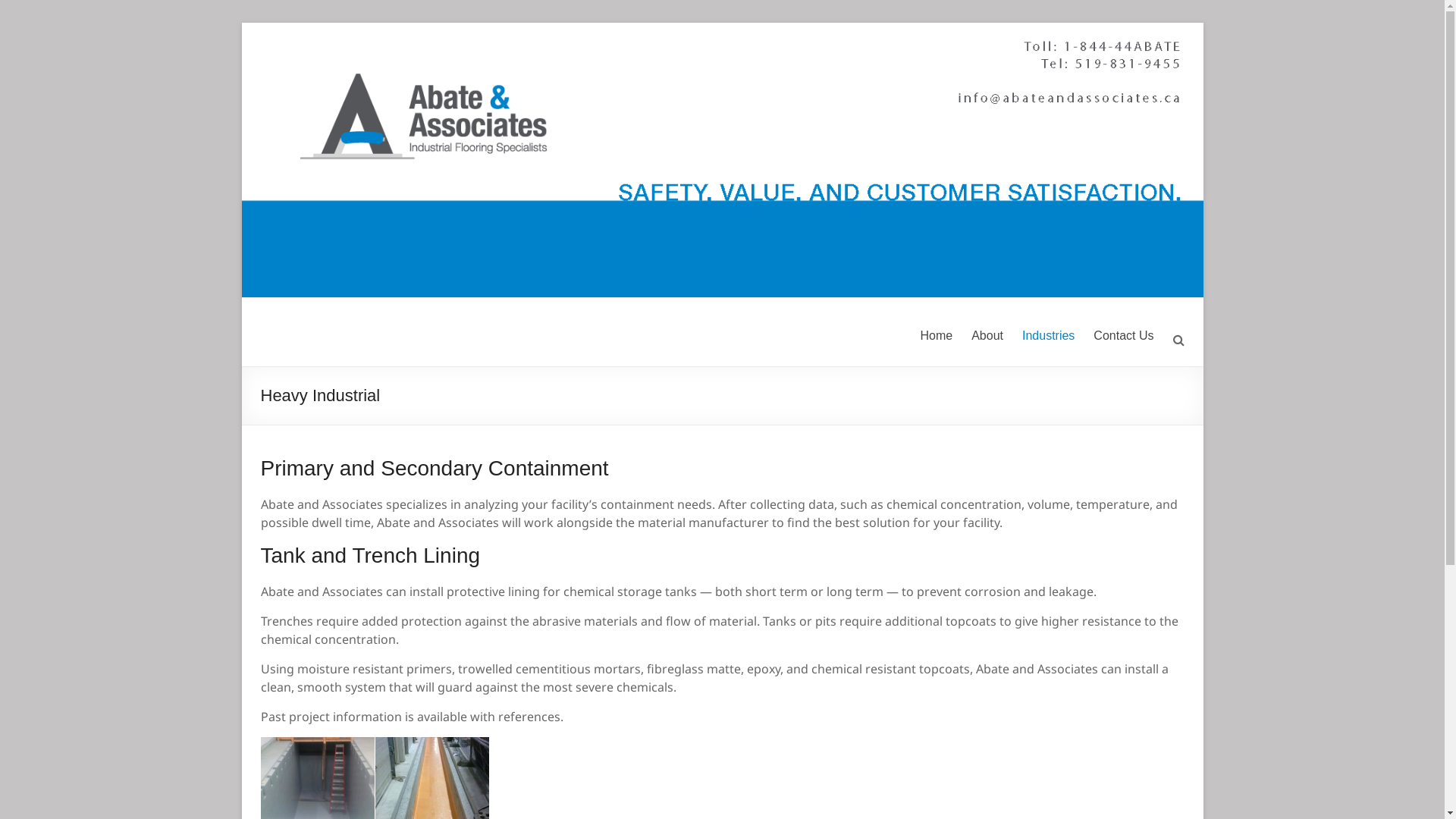 This screenshot has height=819, width=1456. What do you see at coordinates (987, 335) in the screenshot?
I see `'About'` at bounding box center [987, 335].